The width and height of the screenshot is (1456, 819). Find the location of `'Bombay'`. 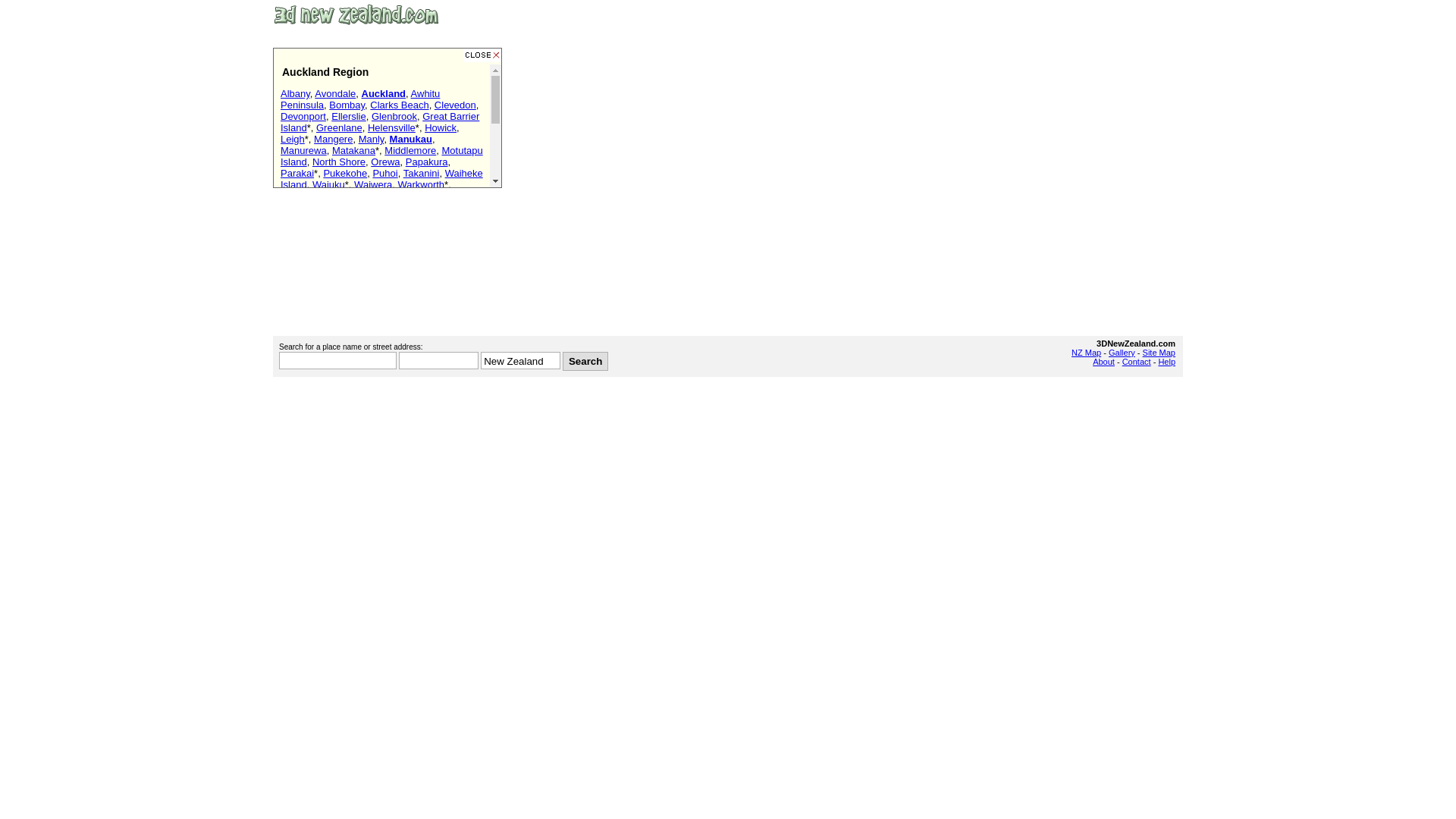

'Bombay' is located at coordinates (346, 104).